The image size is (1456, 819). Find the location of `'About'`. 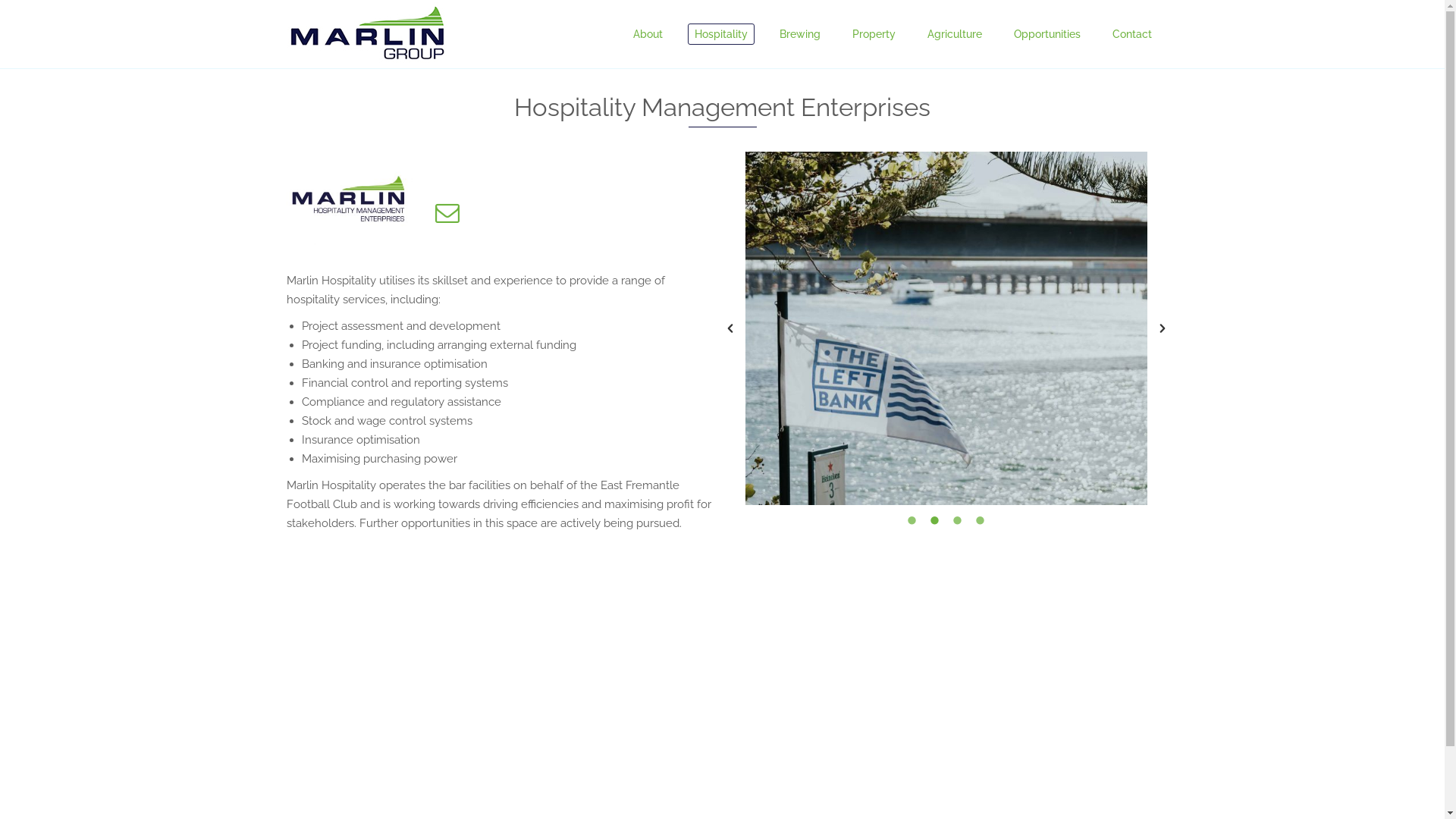

'About' is located at coordinates (648, 34).